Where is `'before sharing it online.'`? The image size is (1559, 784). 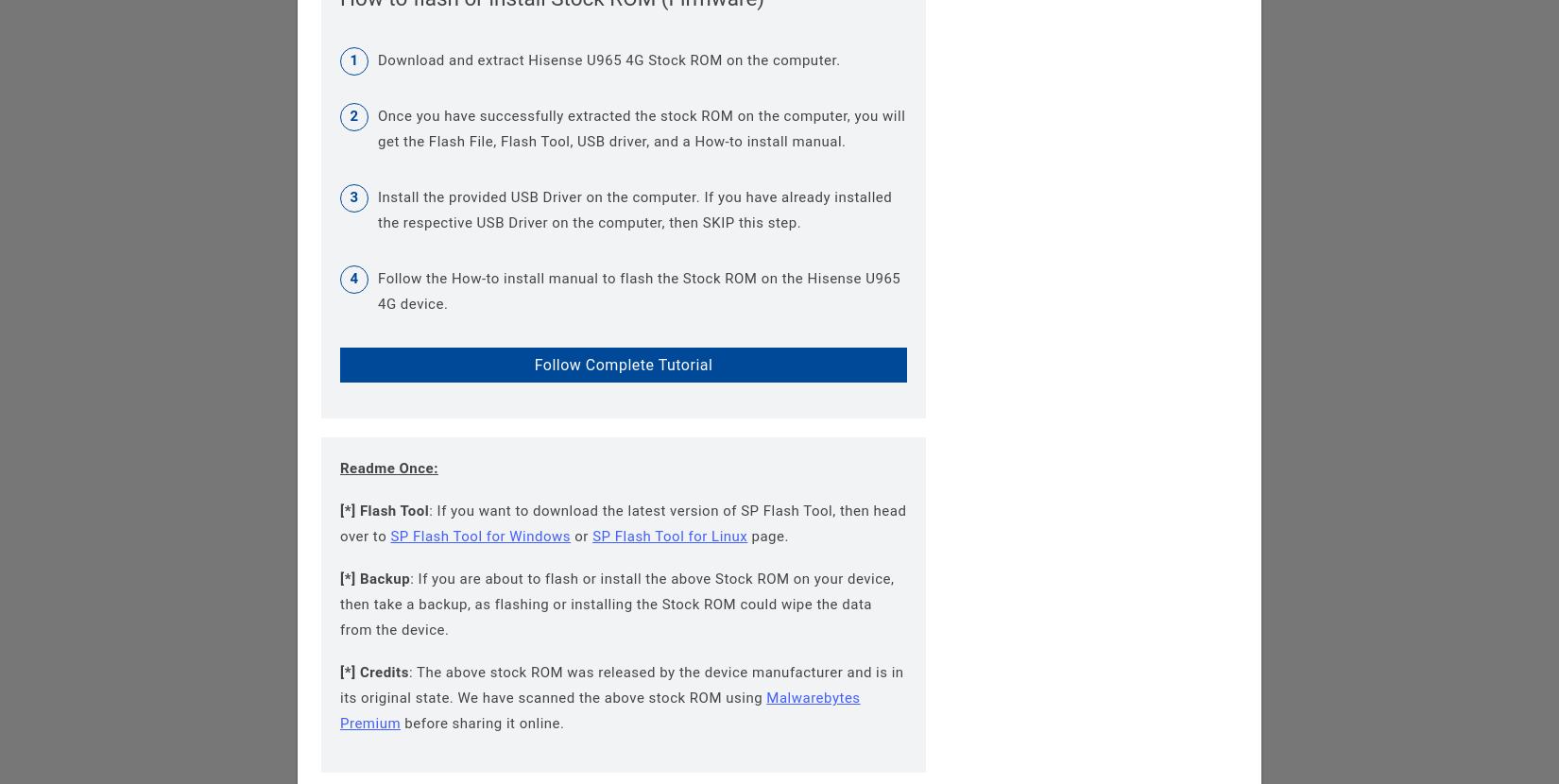 'before sharing it online.' is located at coordinates (481, 724).